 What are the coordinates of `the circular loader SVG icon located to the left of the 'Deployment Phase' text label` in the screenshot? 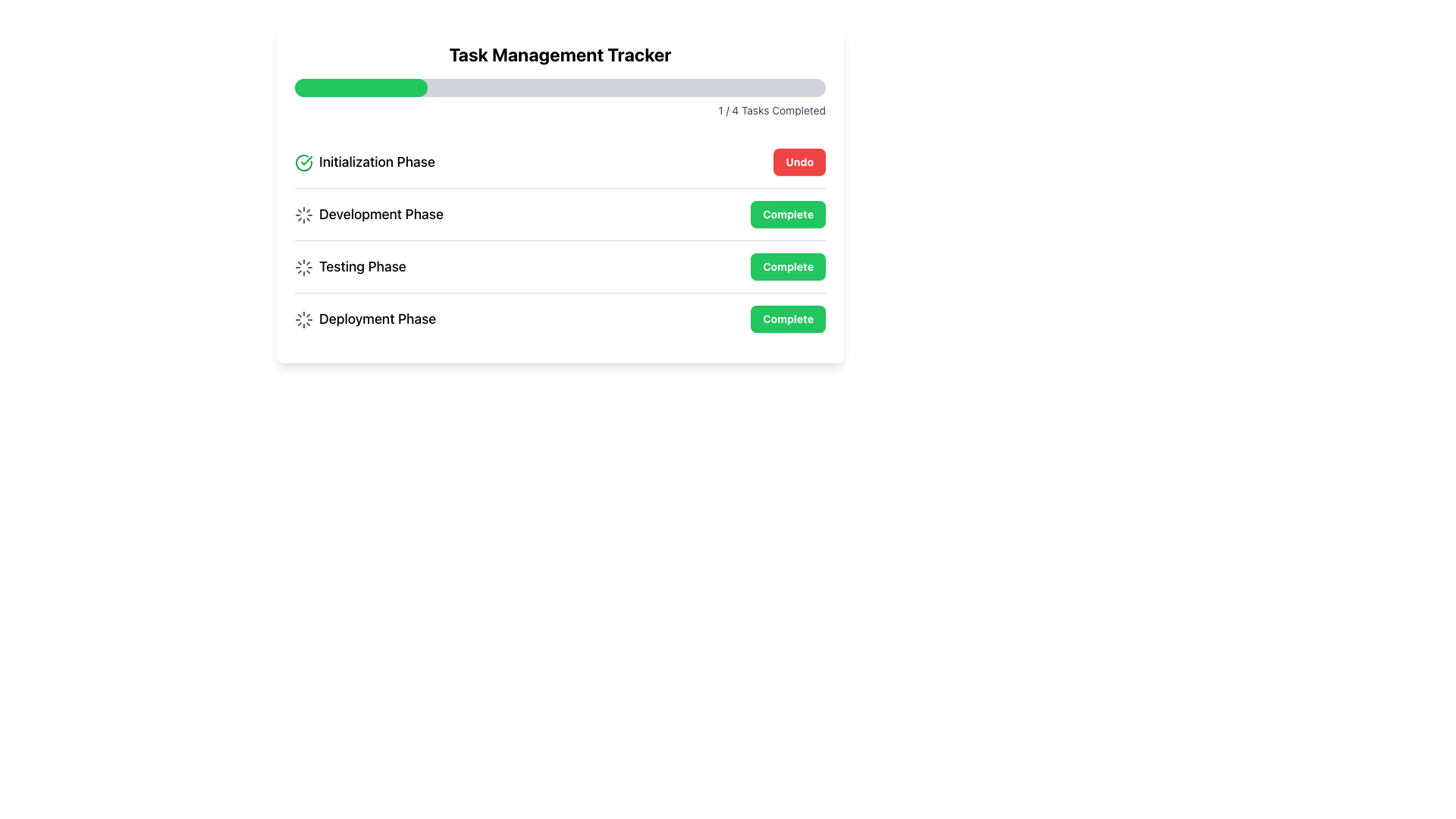 It's located at (303, 318).